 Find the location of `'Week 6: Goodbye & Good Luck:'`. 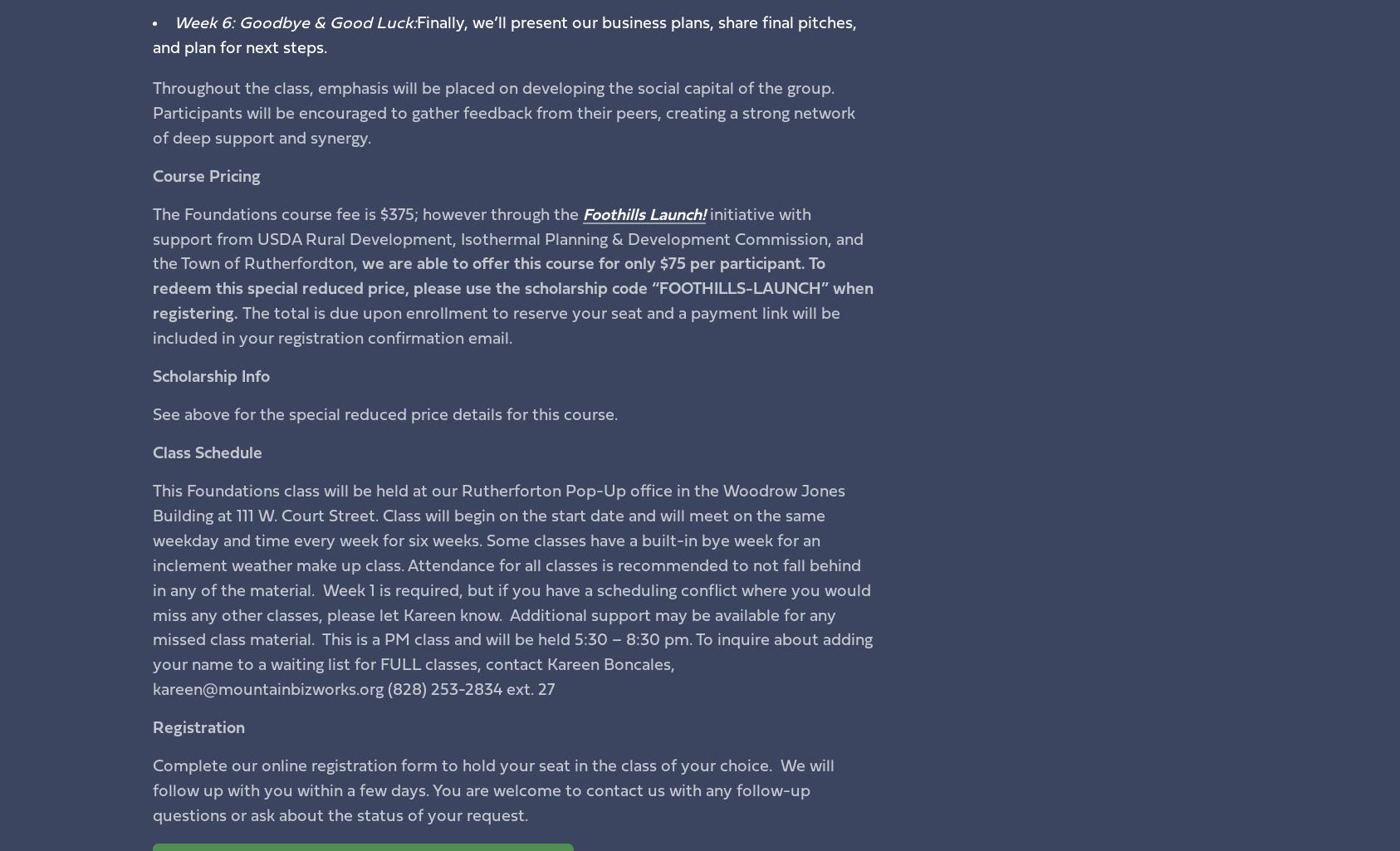

'Week 6: Goodbye & Good Luck:' is located at coordinates (294, 24).